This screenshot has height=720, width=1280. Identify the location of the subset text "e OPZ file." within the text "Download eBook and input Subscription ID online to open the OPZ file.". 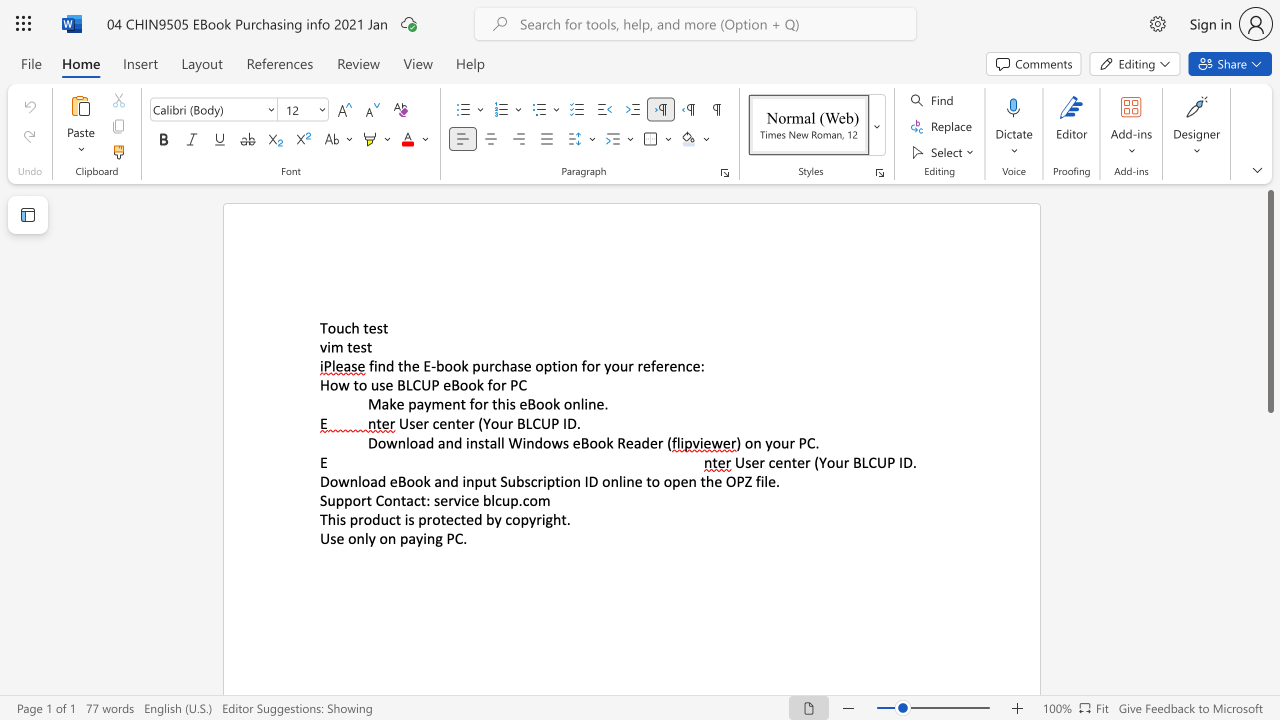
(714, 481).